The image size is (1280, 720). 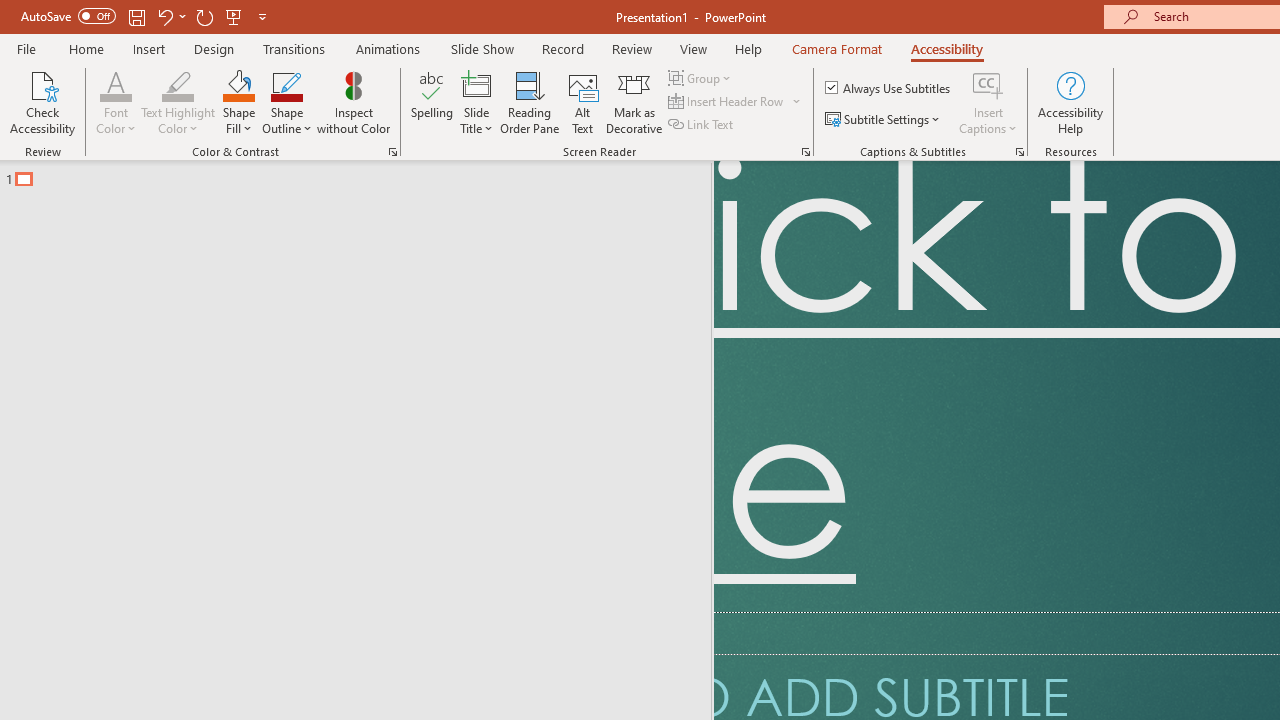 I want to click on 'Mark as Decorative', so click(x=633, y=103).